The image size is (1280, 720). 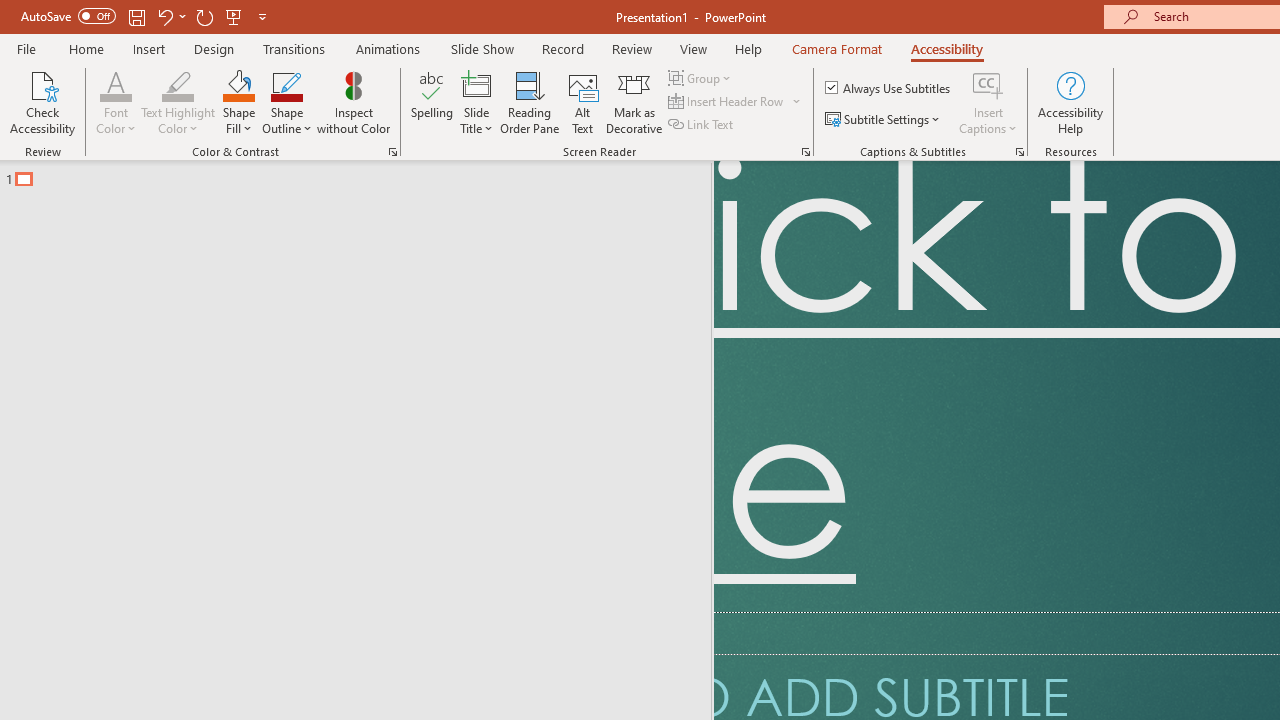 I want to click on 'Mark as Decorative', so click(x=633, y=103).